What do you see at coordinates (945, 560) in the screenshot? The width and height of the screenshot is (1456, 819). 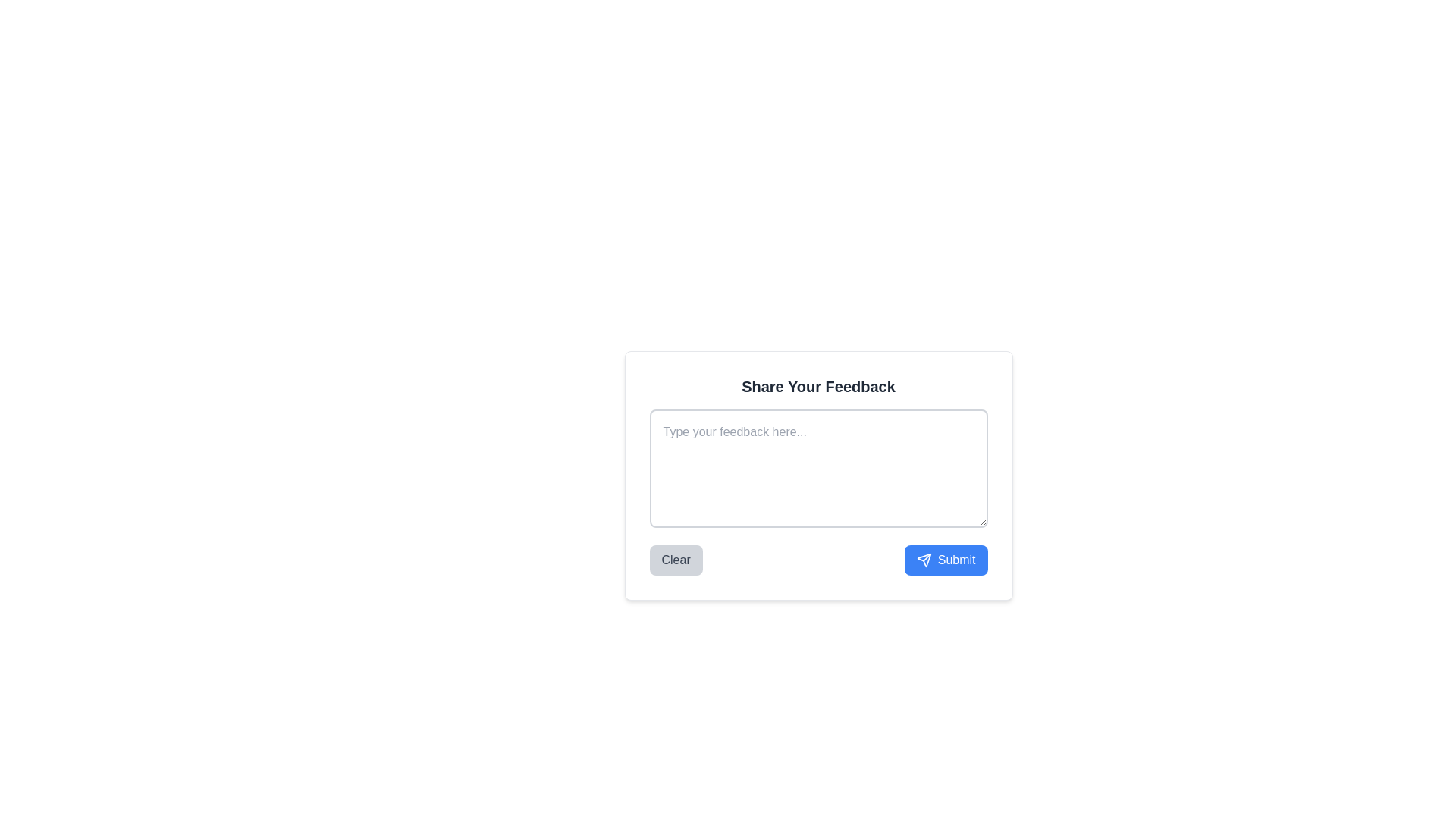 I see `the 'Submit' button with a blue background and white text, located at the bottom of the form interface` at bounding box center [945, 560].